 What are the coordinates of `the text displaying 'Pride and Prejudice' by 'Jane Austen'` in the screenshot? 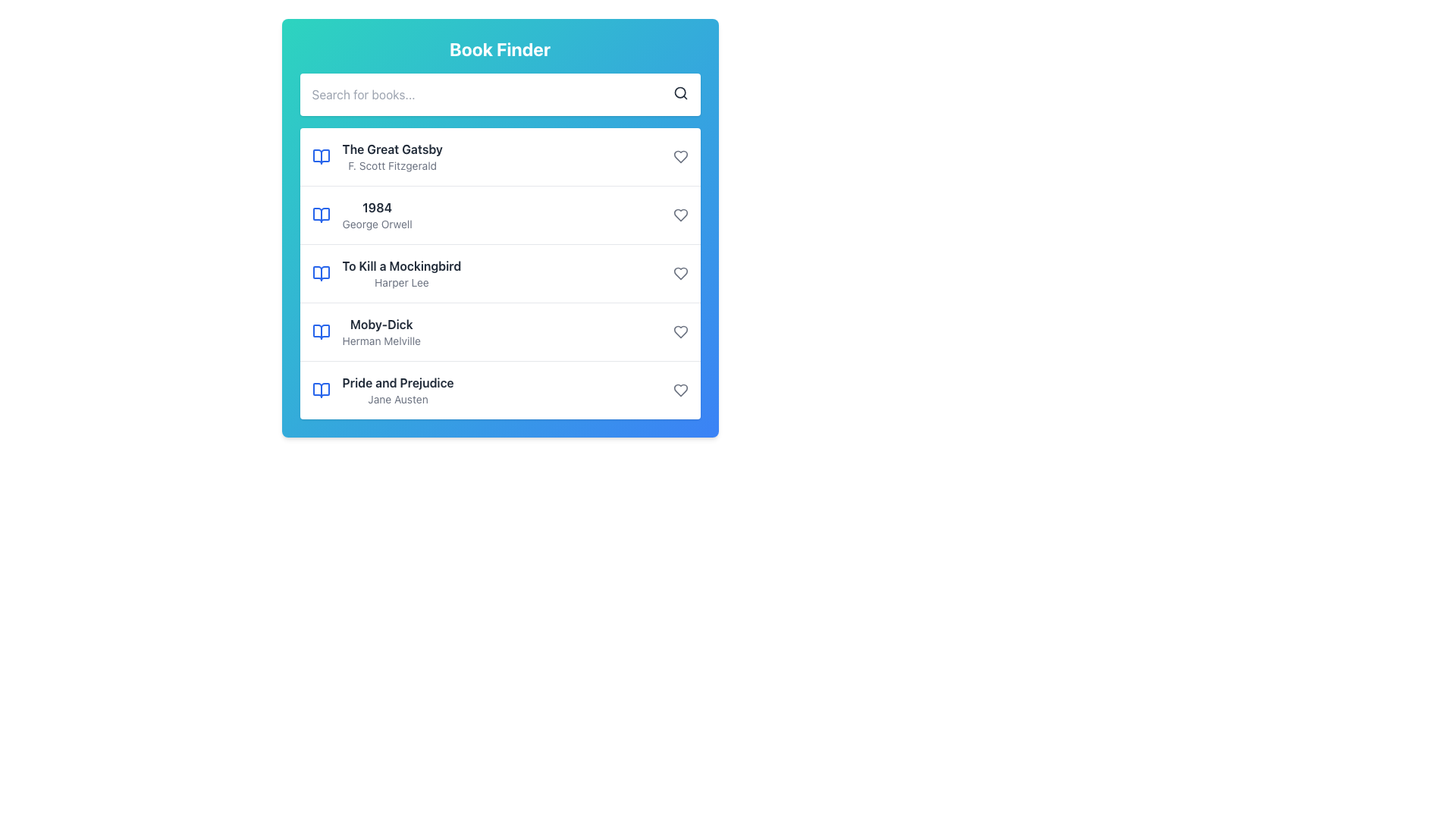 It's located at (398, 390).